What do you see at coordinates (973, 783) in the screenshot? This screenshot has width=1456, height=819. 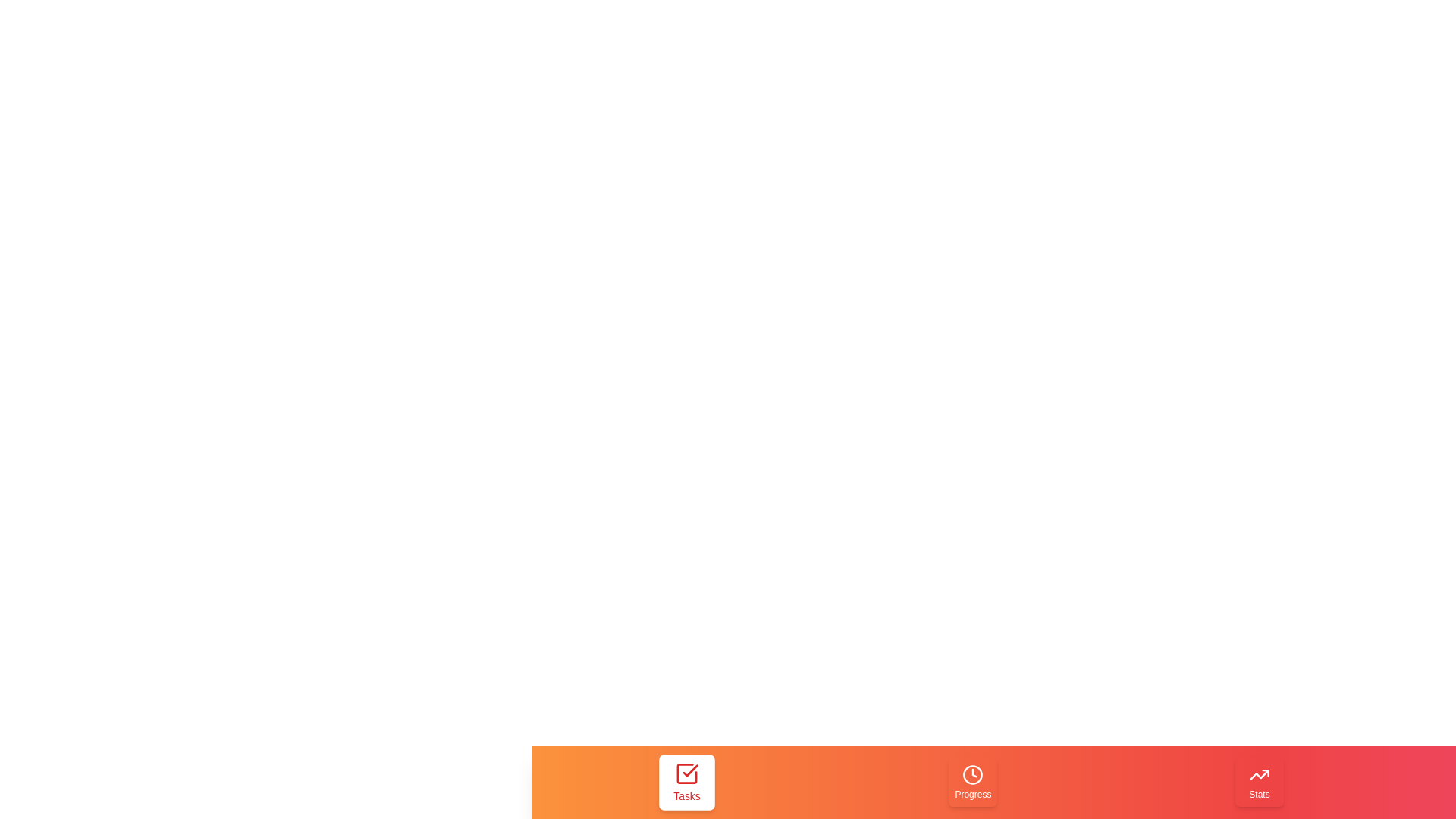 I see `the tab labeled Progress by clicking on it` at bounding box center [973, 783].